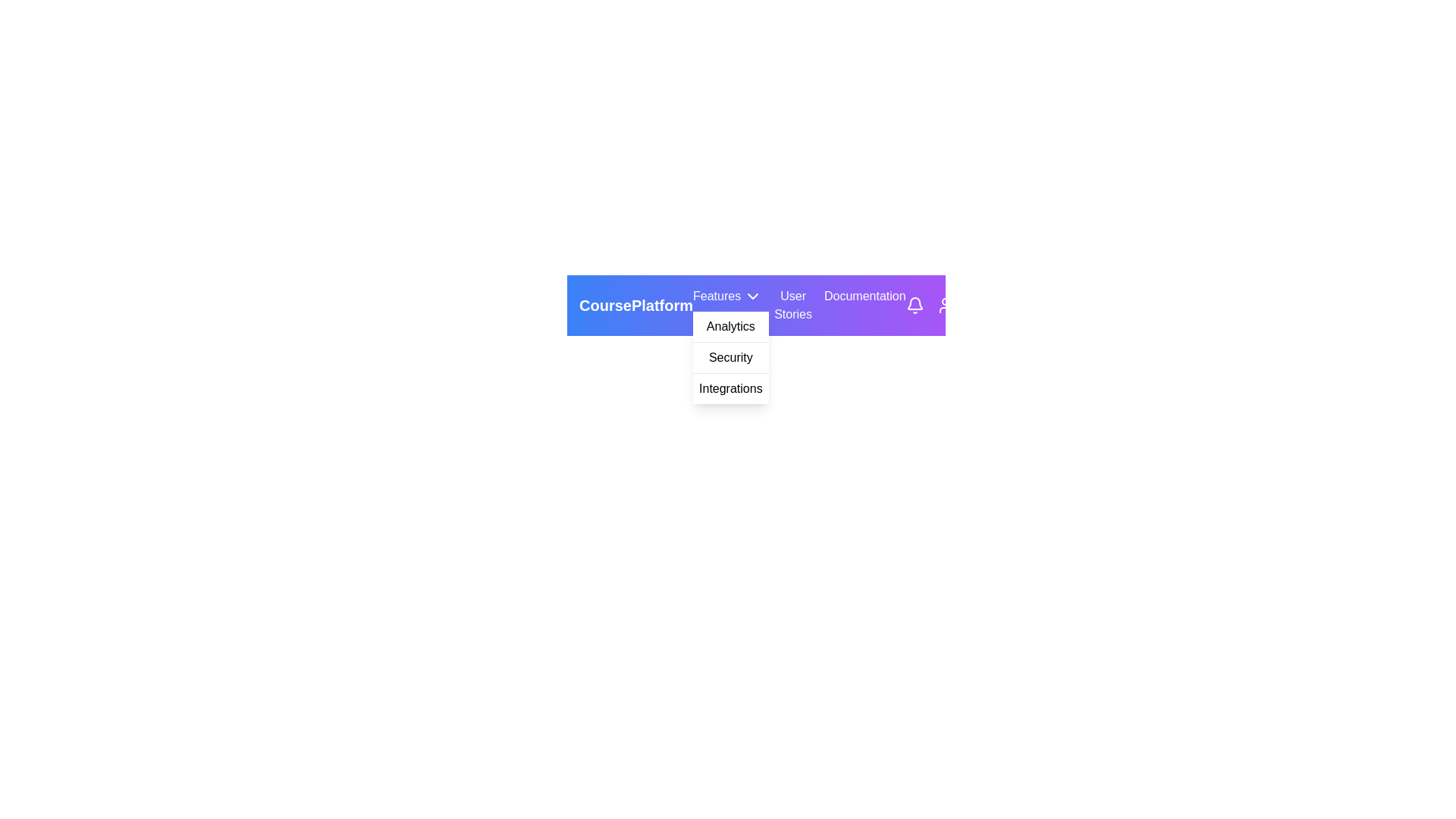 The image size is (1456, 819). I want to click on the navigational Text label located in the menu, so click(716, 296).